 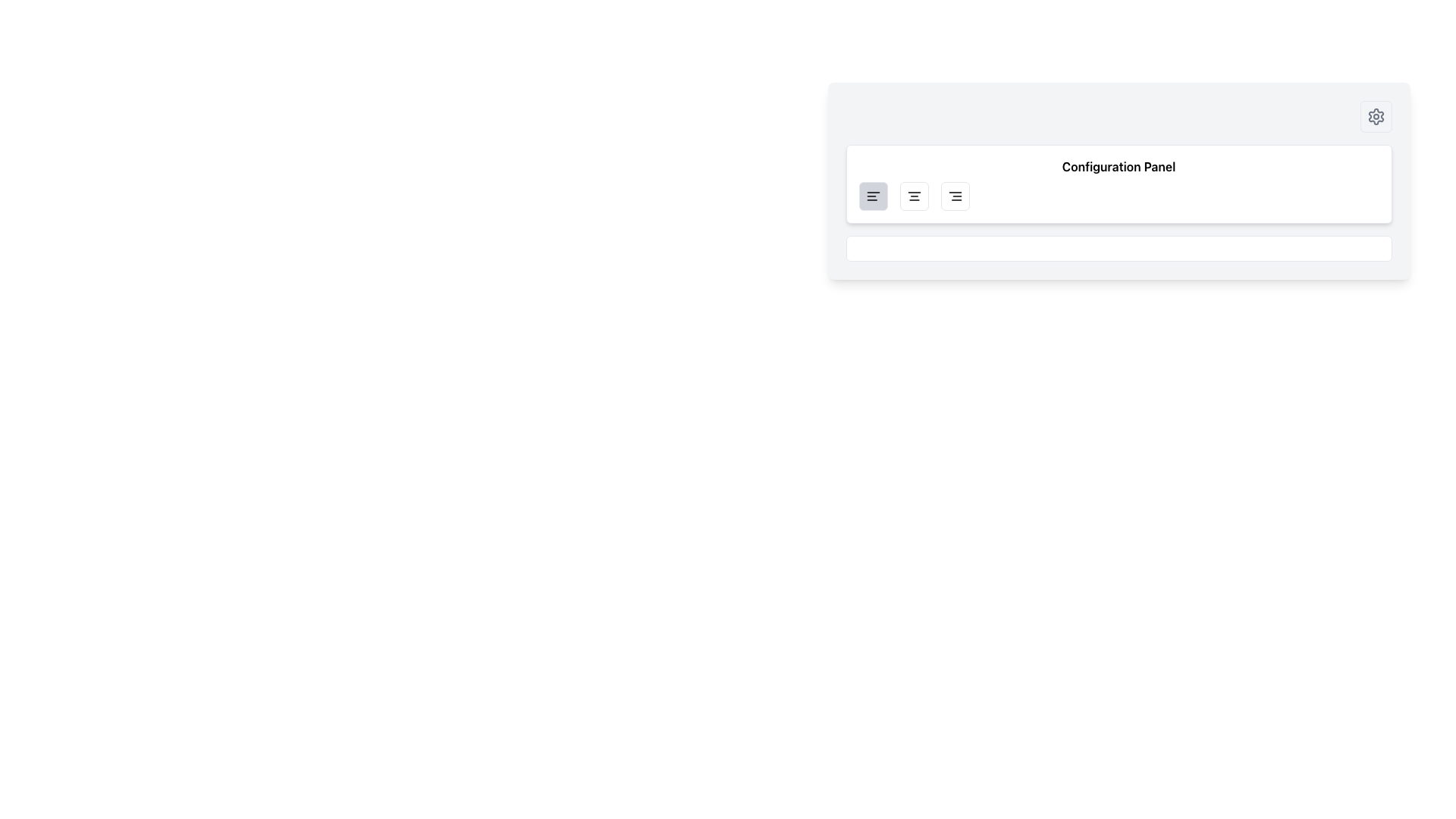 I want to click on the second button in a group of three, which has a square shape with a rounded border and an icon of three horizontal lines, so click(x=913, y=195).